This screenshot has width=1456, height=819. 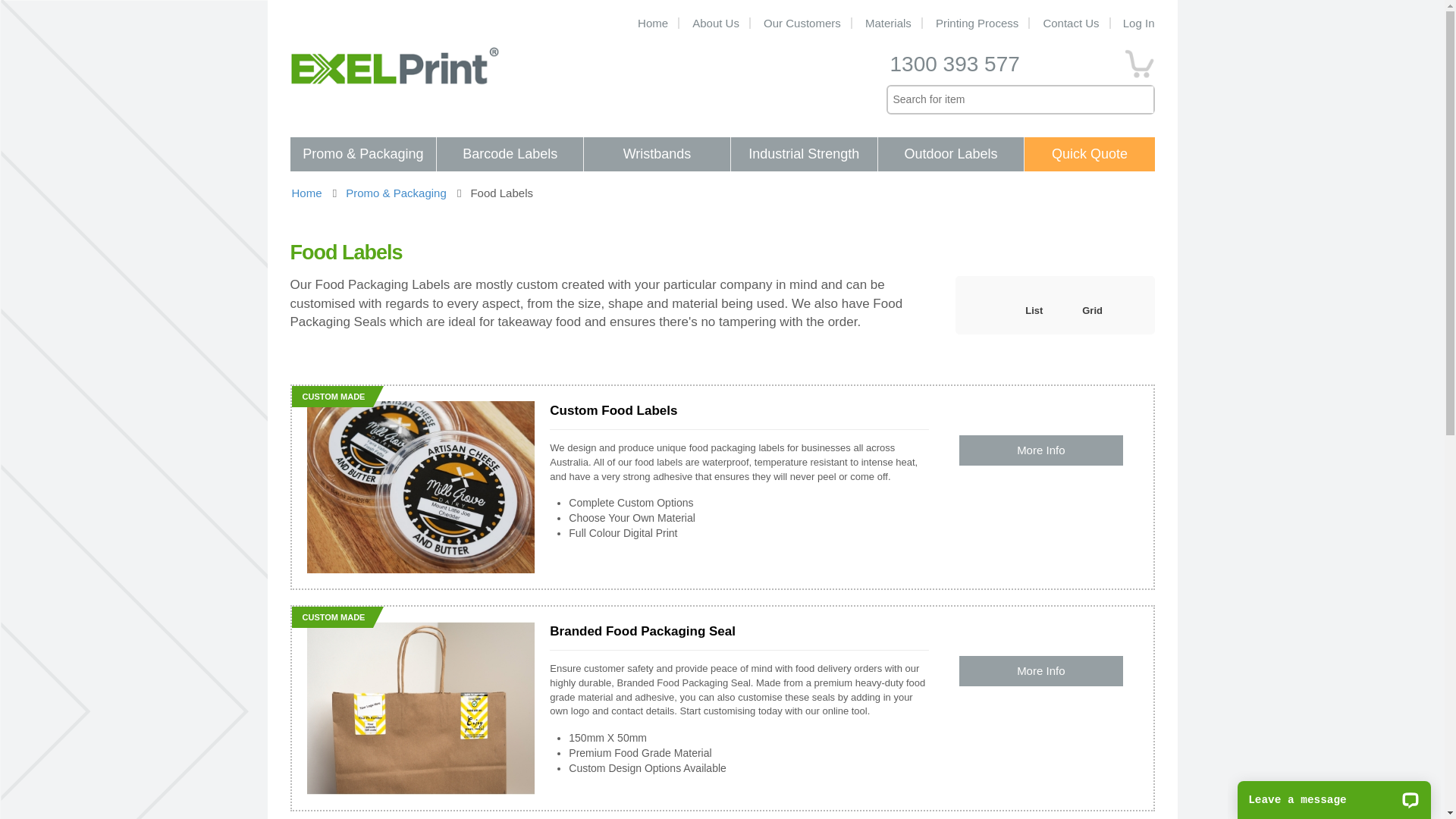 What do you see at coordinates (510, 154) in the screenshot?
I see `'Barcode Labels'` at bounding box center [510, 154].